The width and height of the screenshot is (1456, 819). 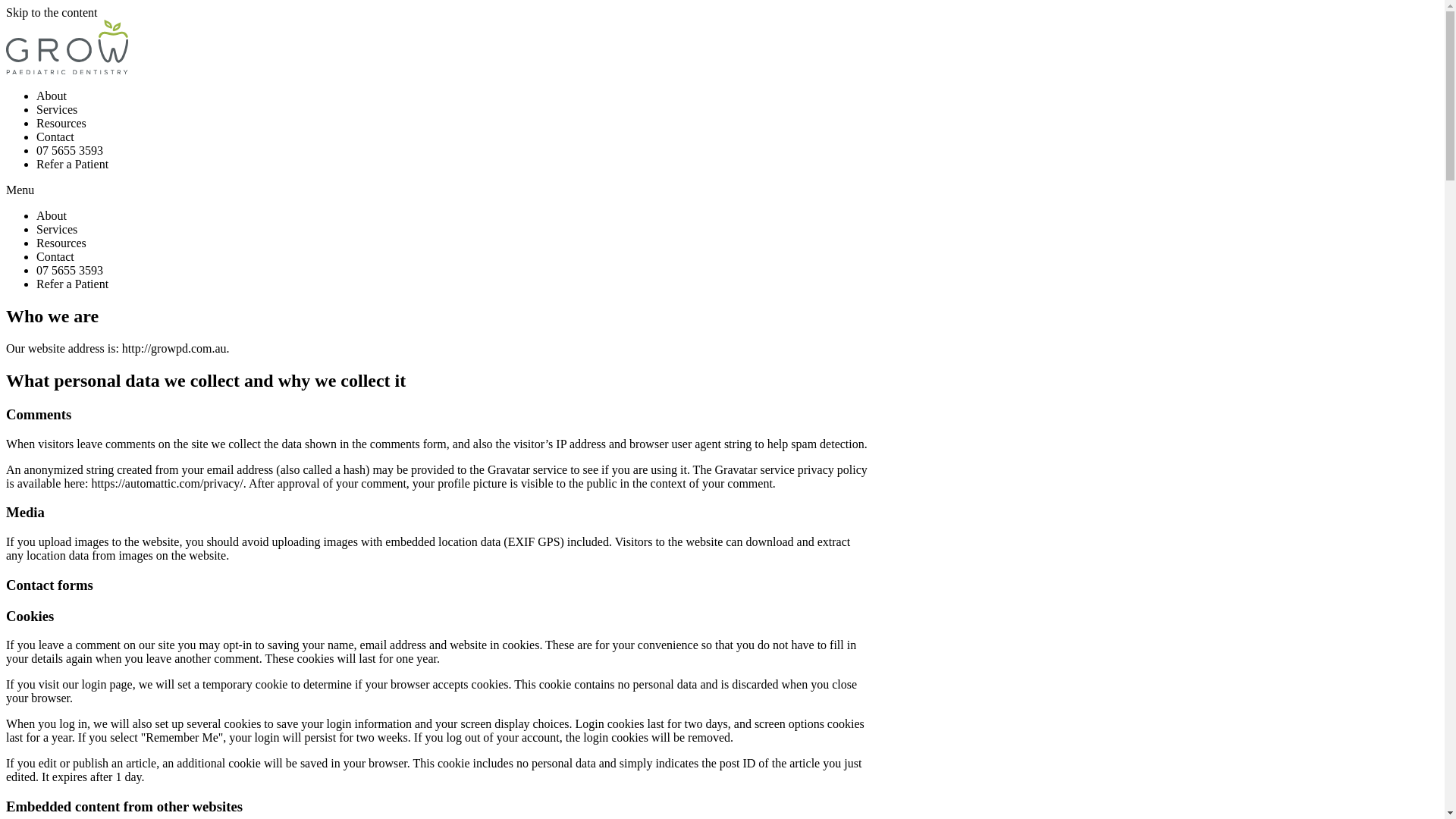 I want to click on '07 5655 3593', so click(x=68, y=269).